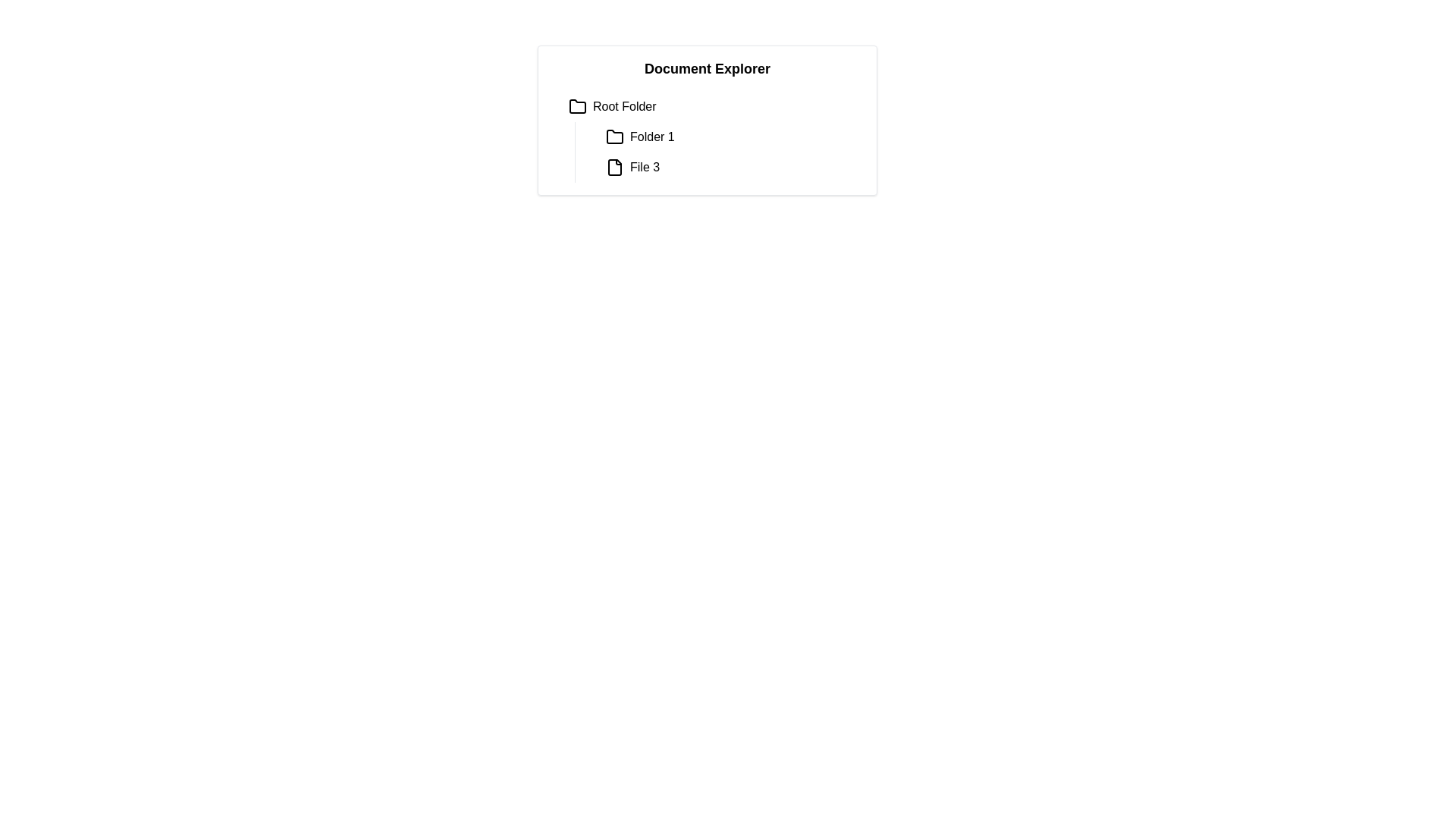  I want to click on the document icon located to the left of the label 'File 3' under the 'Folder 1' hierarchy to focus on it, so click(615, 167).